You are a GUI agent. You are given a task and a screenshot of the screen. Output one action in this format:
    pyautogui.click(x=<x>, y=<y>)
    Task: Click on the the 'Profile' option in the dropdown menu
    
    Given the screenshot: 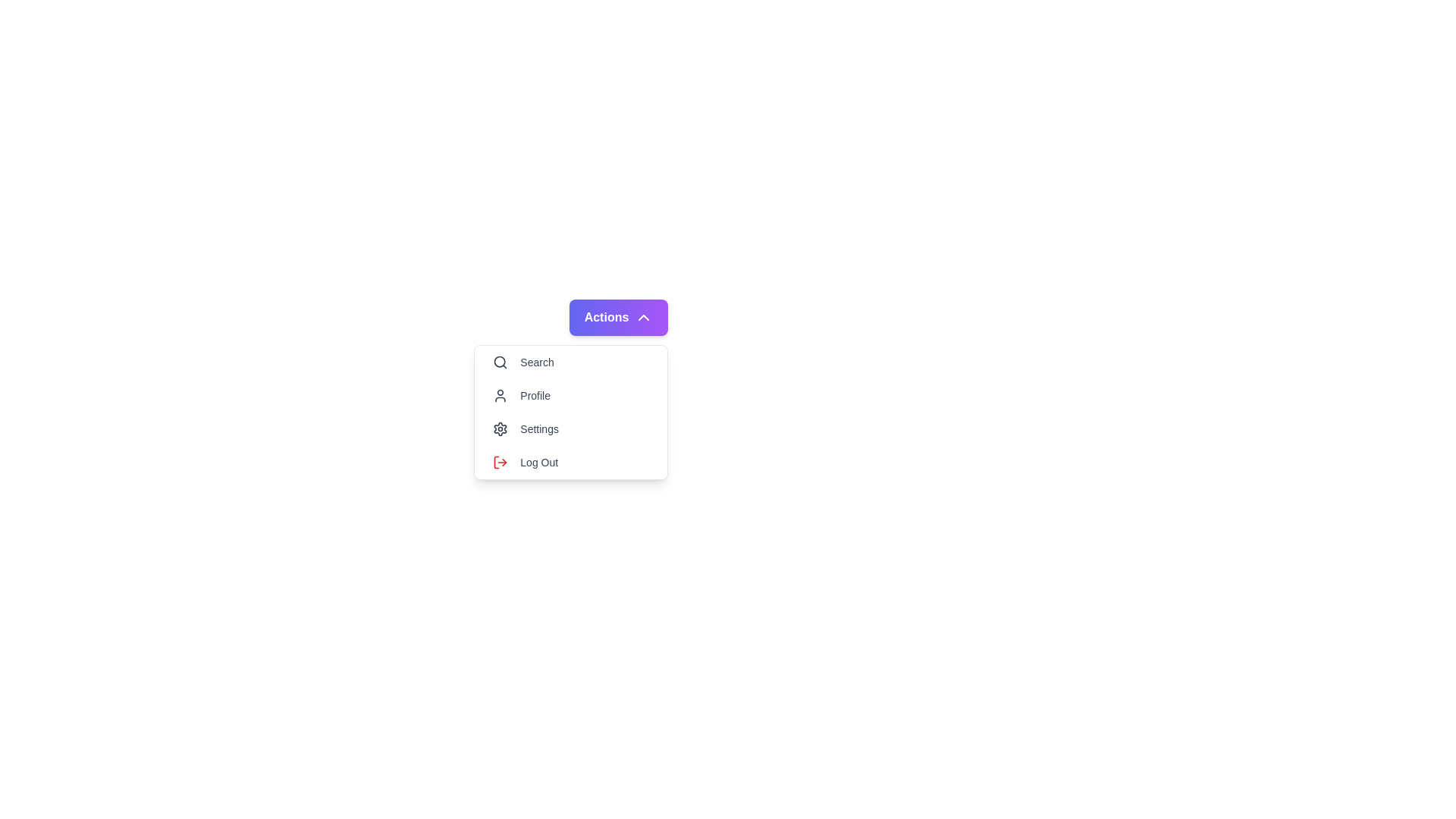 What is the action you would take?
    pyautogui.click(x=570, y=394)
    